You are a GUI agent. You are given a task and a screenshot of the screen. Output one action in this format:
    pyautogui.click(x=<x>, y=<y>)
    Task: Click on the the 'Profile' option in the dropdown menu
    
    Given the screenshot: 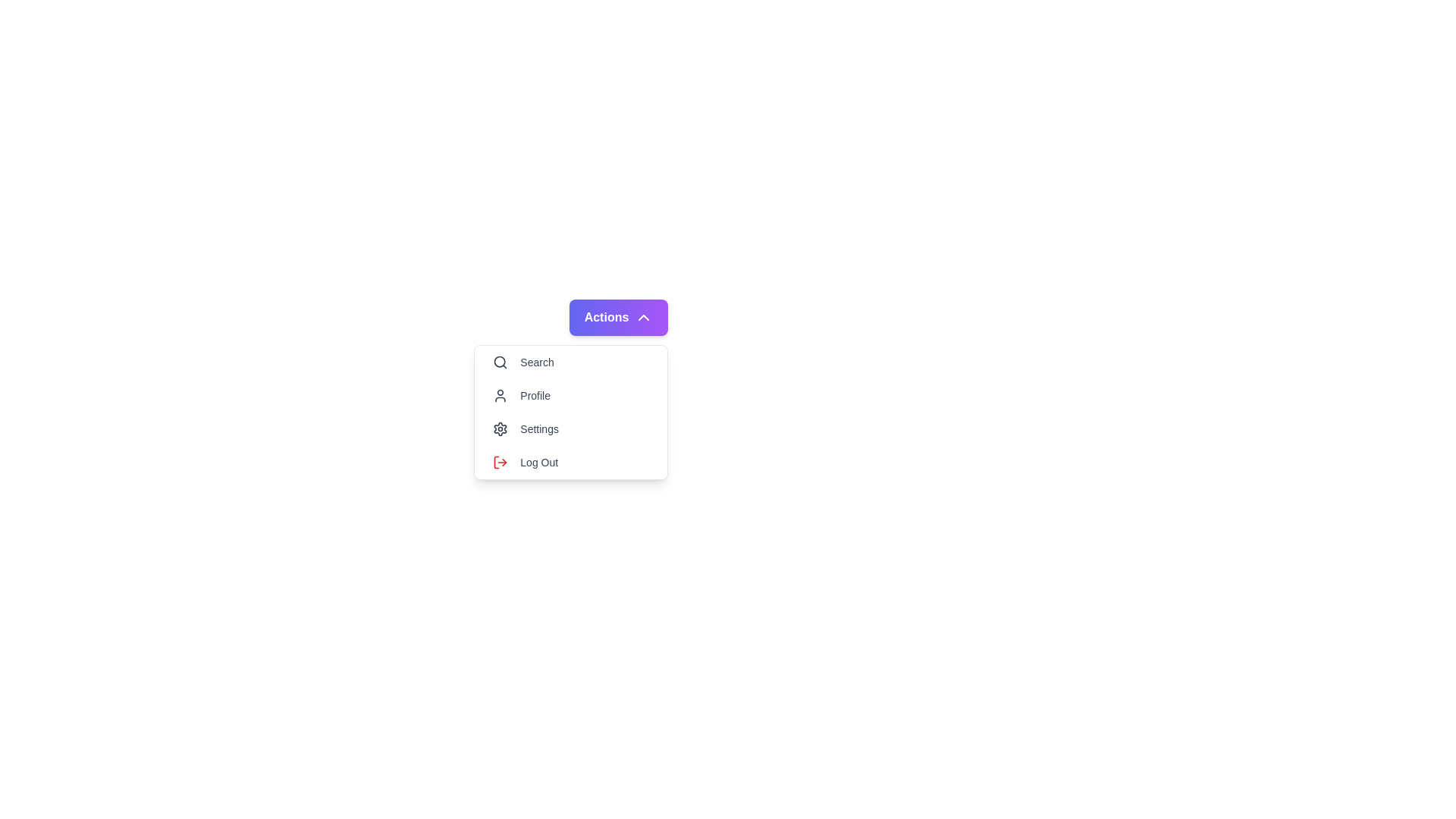 What is the action you would take?
    pyautogui.click(x=570, y=394)
    